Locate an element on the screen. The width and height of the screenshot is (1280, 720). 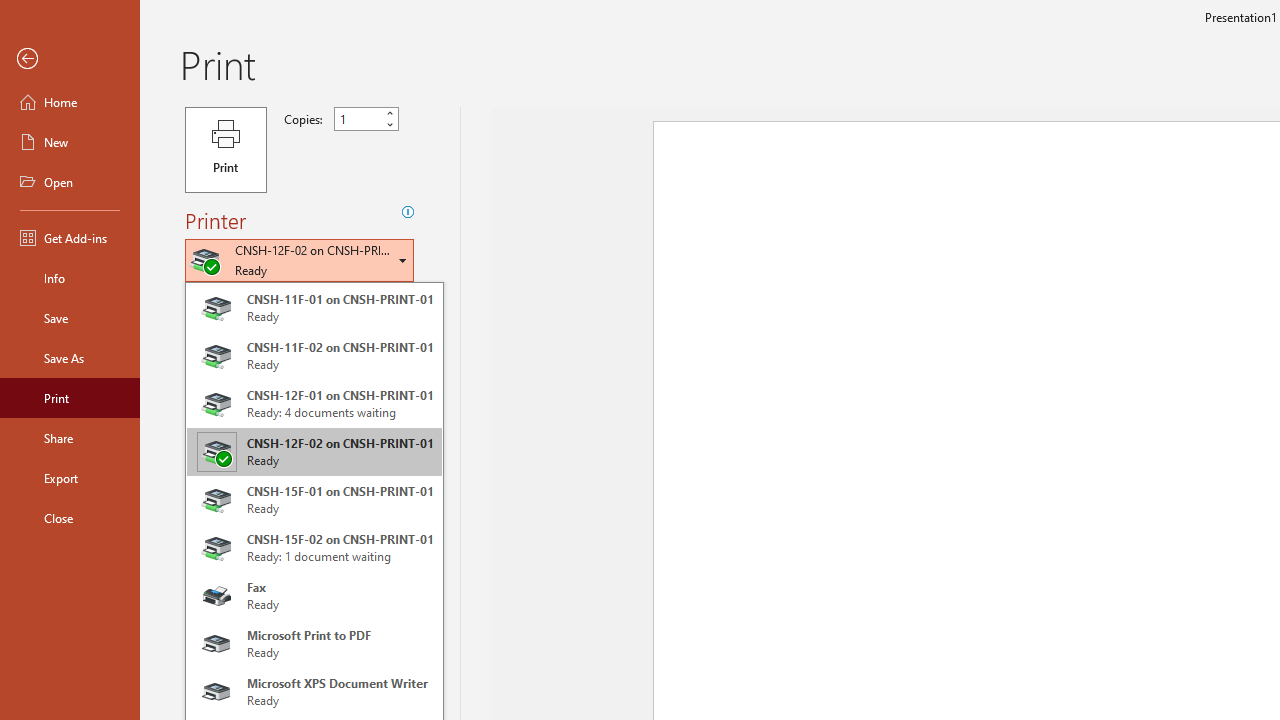
'Which Printer' is located at coordinates (298, 259).